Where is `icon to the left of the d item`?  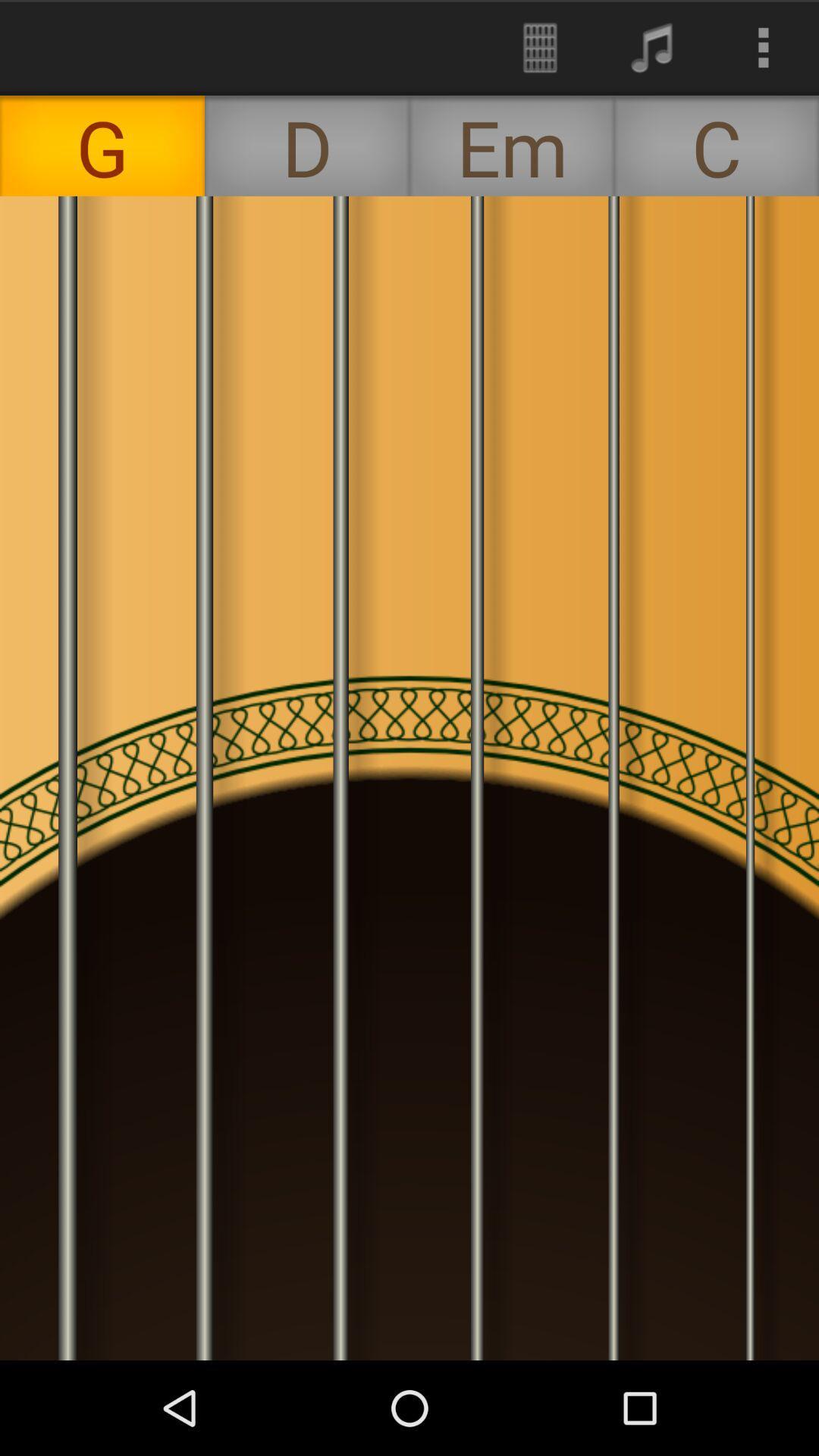
icon to the left of the d item is located at coordinates (102, 146).